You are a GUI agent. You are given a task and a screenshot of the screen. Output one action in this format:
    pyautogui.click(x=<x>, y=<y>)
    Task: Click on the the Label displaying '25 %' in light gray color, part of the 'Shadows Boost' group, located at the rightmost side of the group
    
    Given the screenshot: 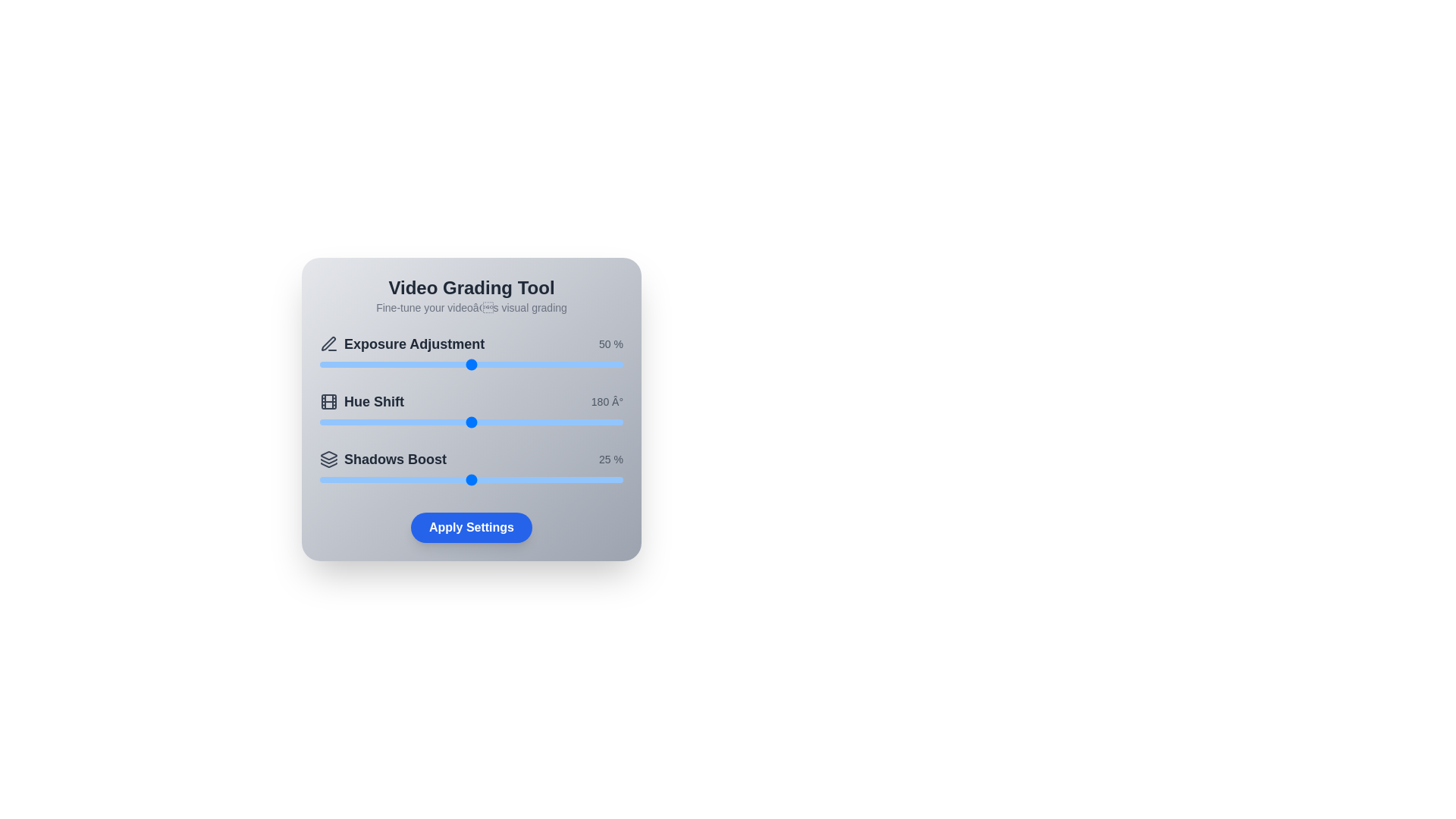 What is the action you would take?
    pyautogui.click(x=611, y=458)
    